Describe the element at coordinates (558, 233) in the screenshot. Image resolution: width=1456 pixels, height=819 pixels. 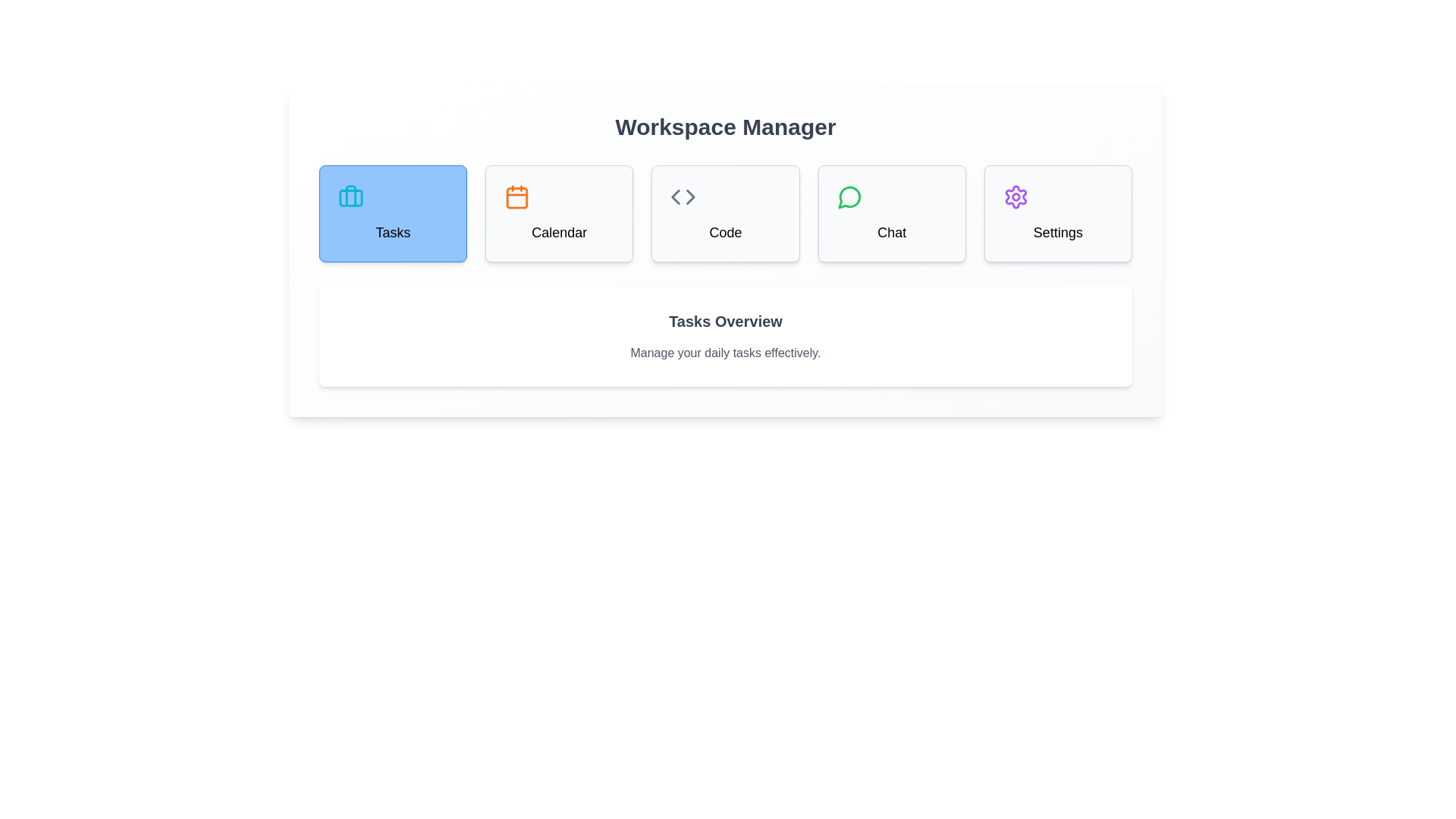
I see `the 'Calendar' text label which is prominently displayed in bold font within a card component, located below an orange calendar icon` at that location.